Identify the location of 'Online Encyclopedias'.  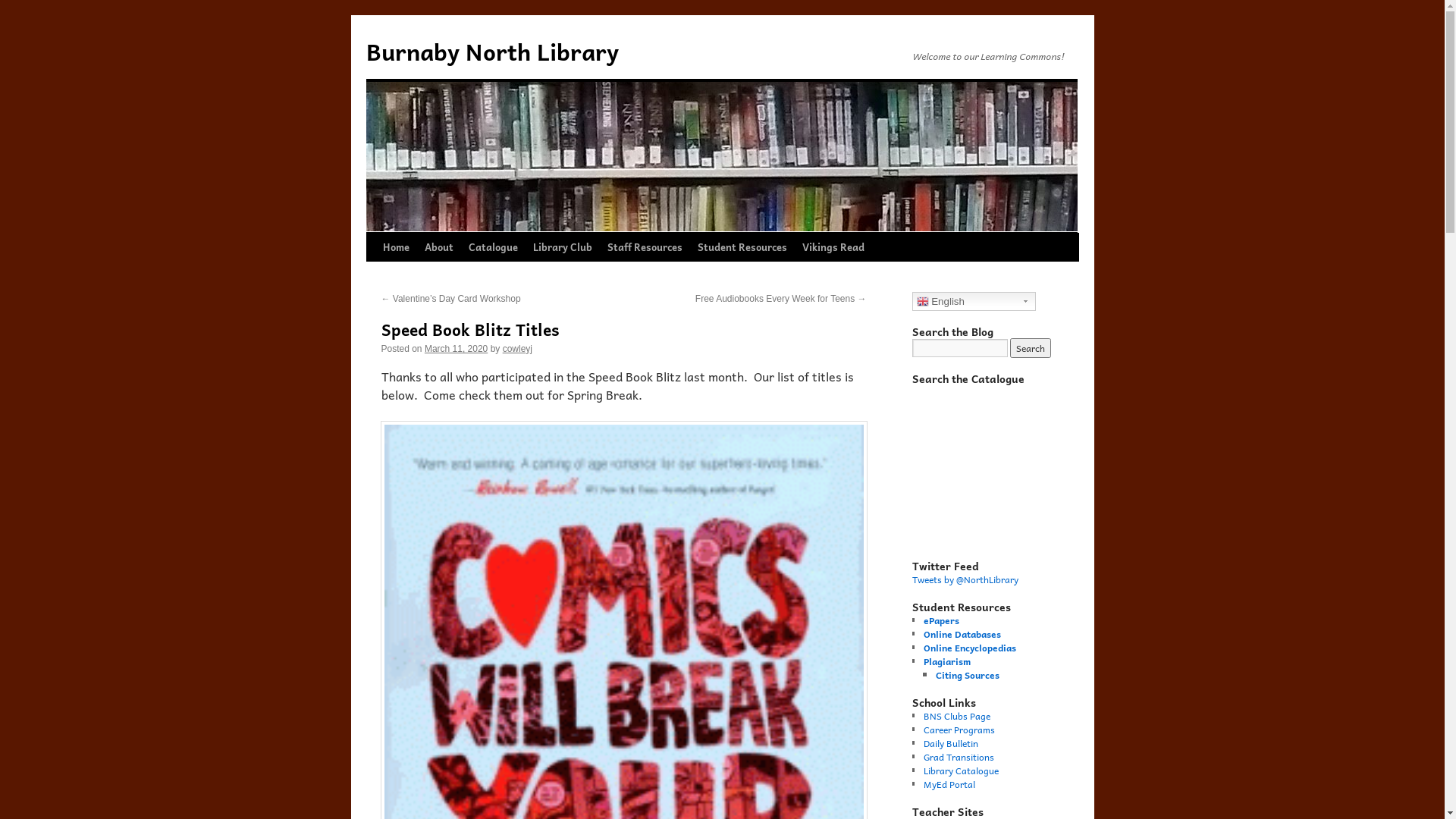
(968, 647).